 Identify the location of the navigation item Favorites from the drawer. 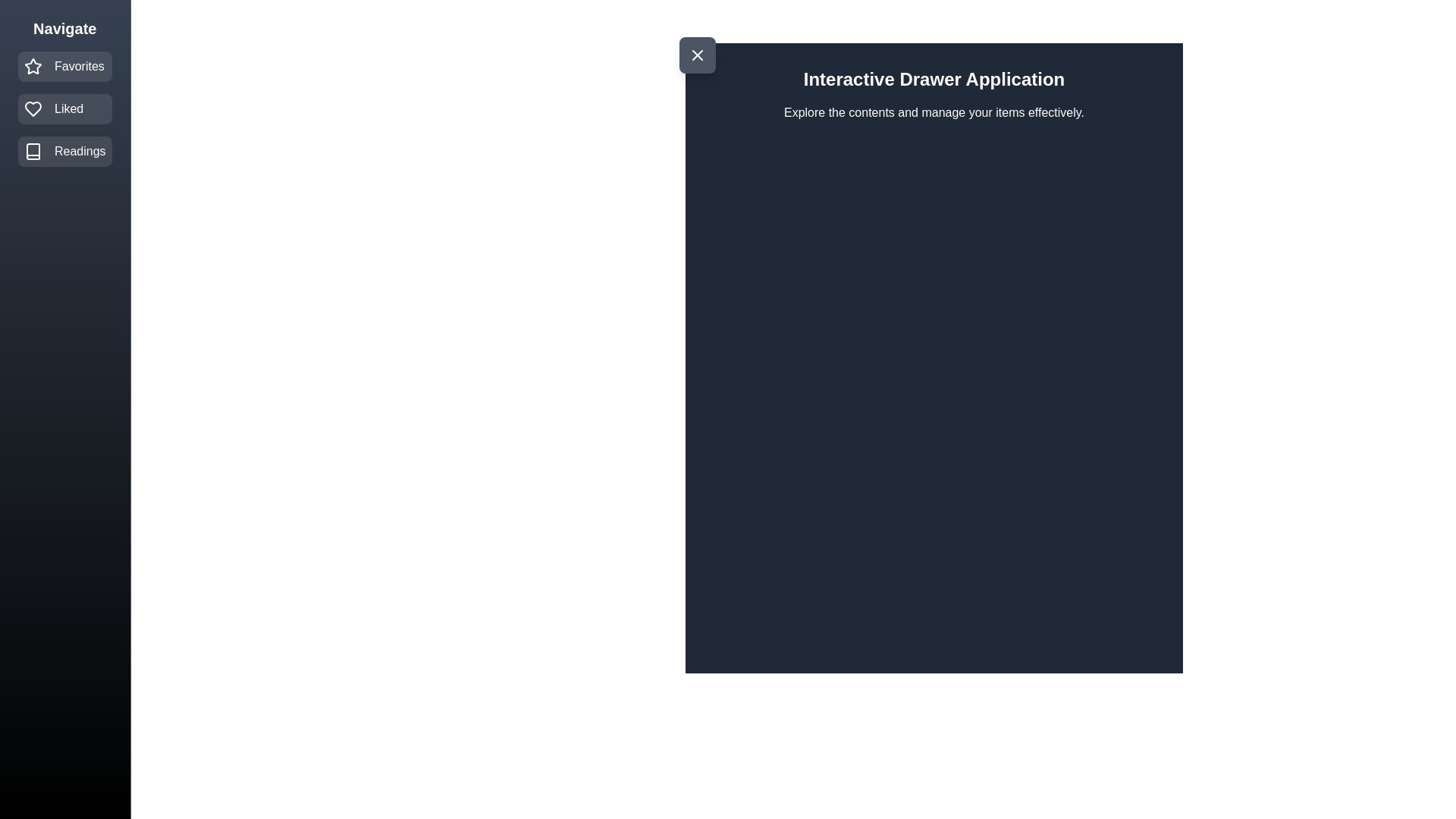
(64, 66).